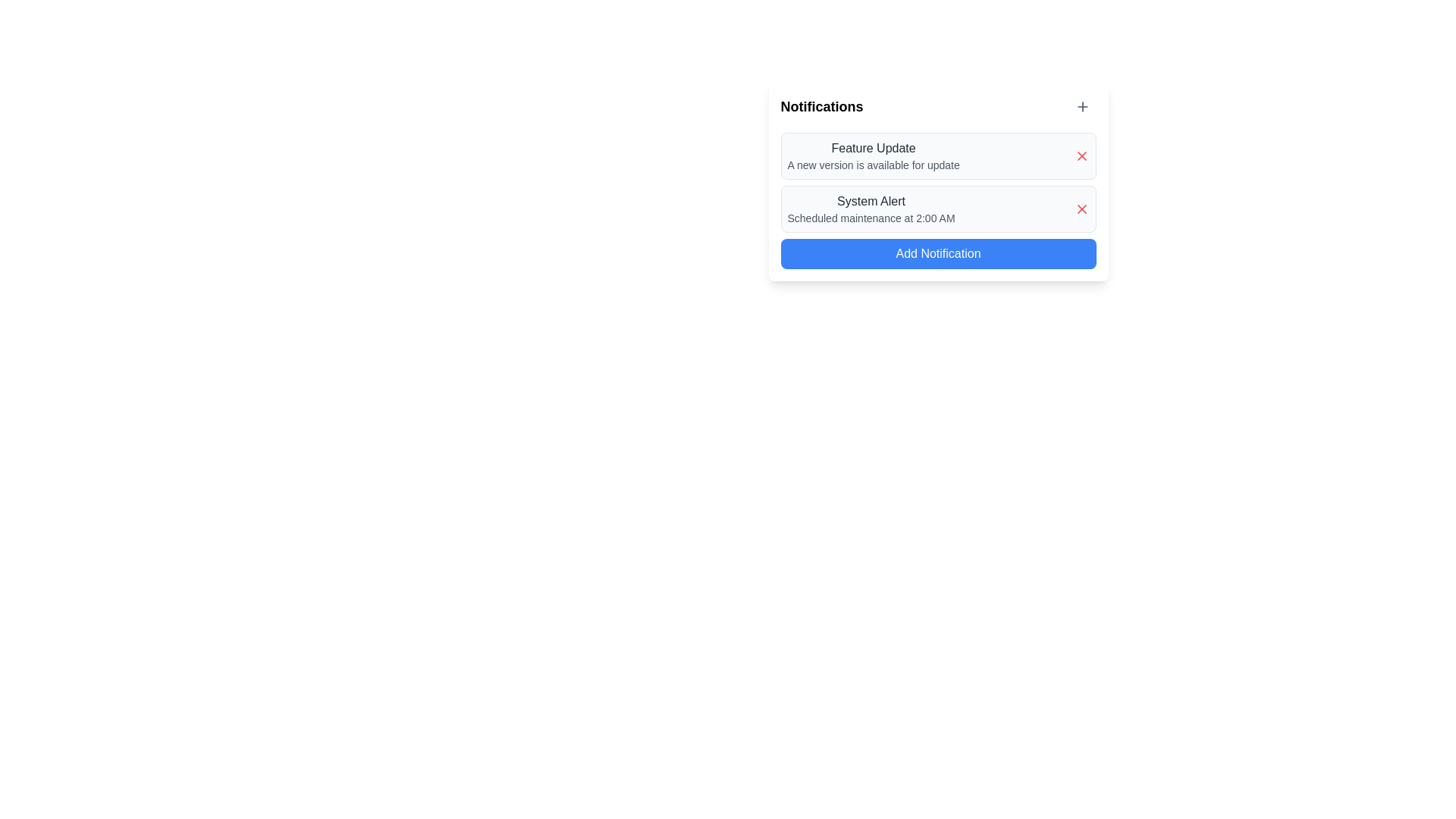 Image resolution: width=1456 pixels, height=819 pixels. I want to click on the 'Add Notification' button located below 'Feature Update' and 'System Alert' in the notification list to observe a color change, so click(937, 253).